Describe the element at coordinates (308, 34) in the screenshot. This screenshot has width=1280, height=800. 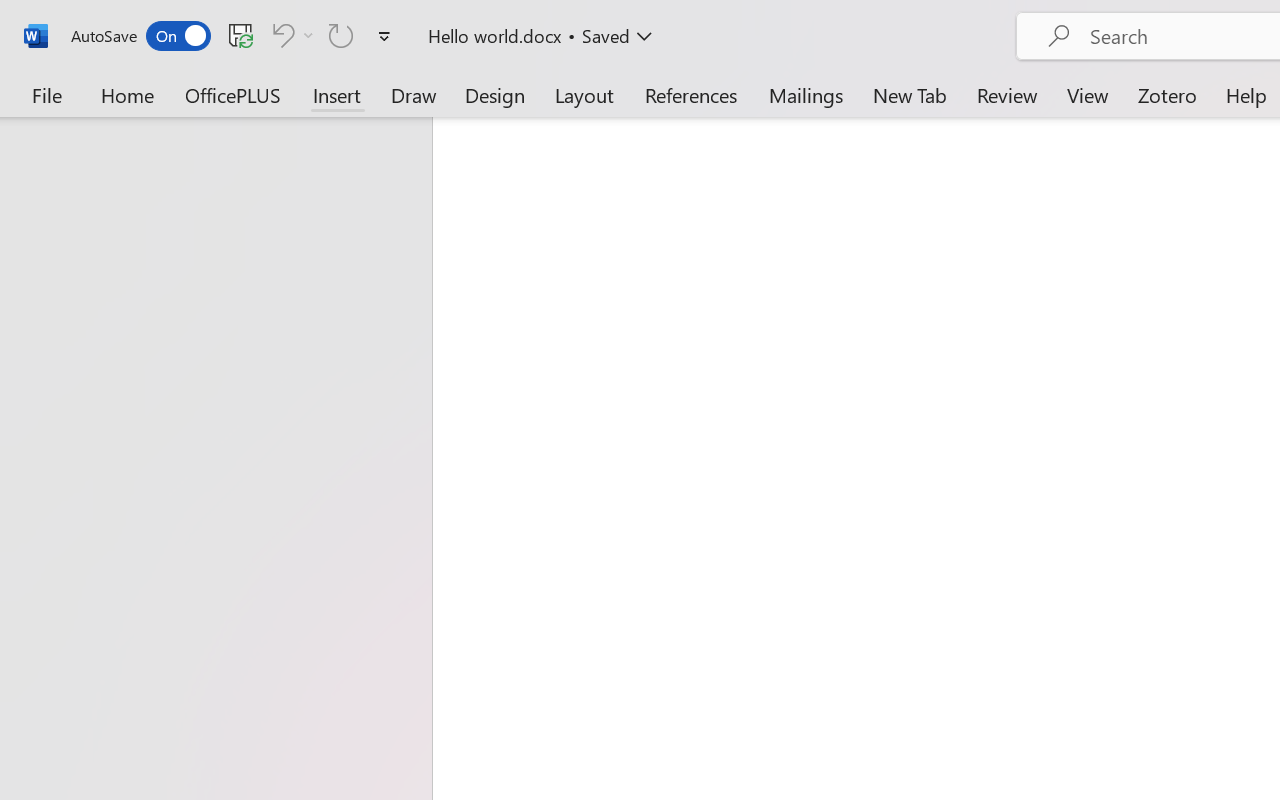
I see `'More Options'` at that location.